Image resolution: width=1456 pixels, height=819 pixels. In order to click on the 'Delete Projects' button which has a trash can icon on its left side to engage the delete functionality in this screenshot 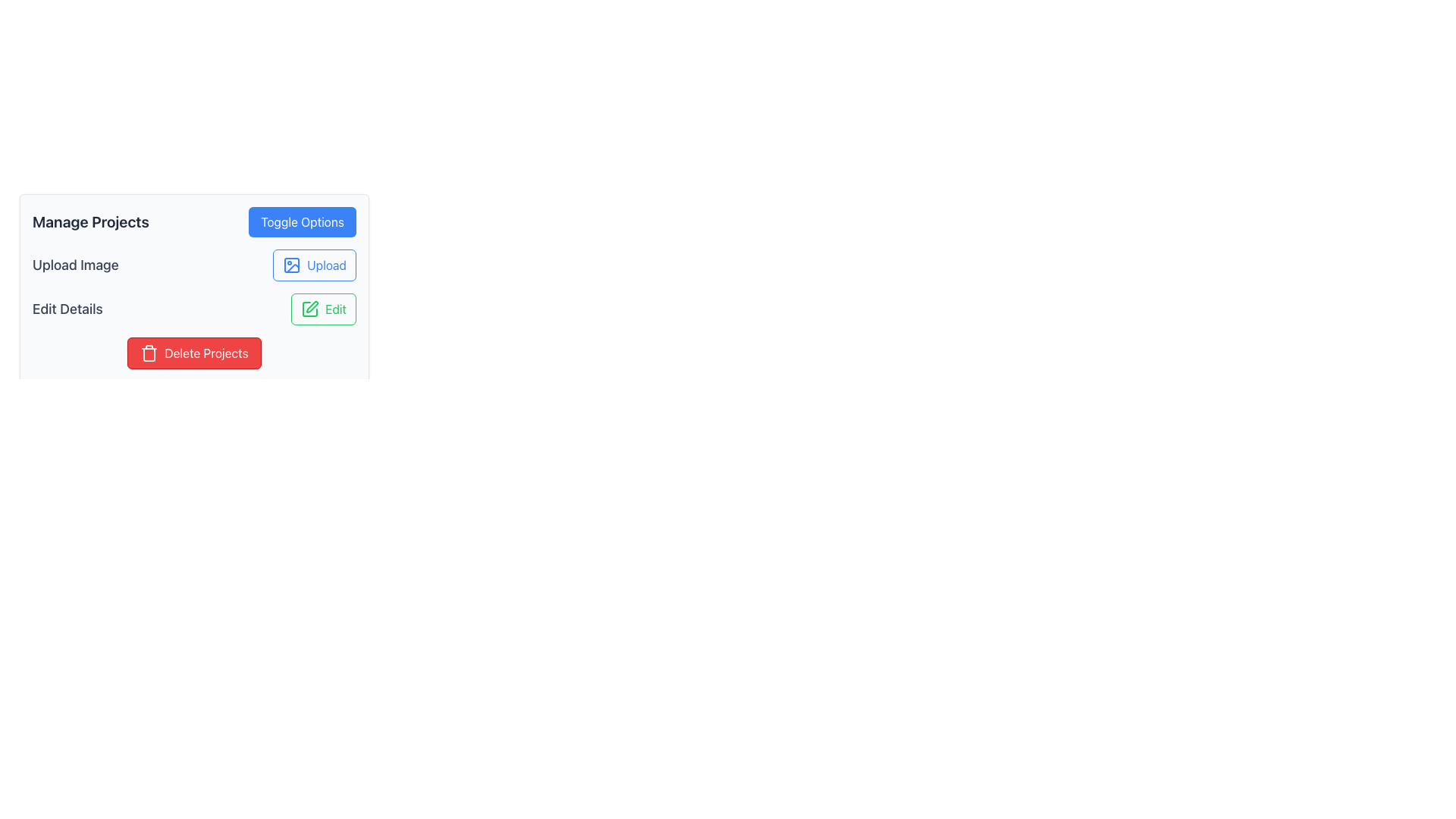, I will do `click(149, 353)`.